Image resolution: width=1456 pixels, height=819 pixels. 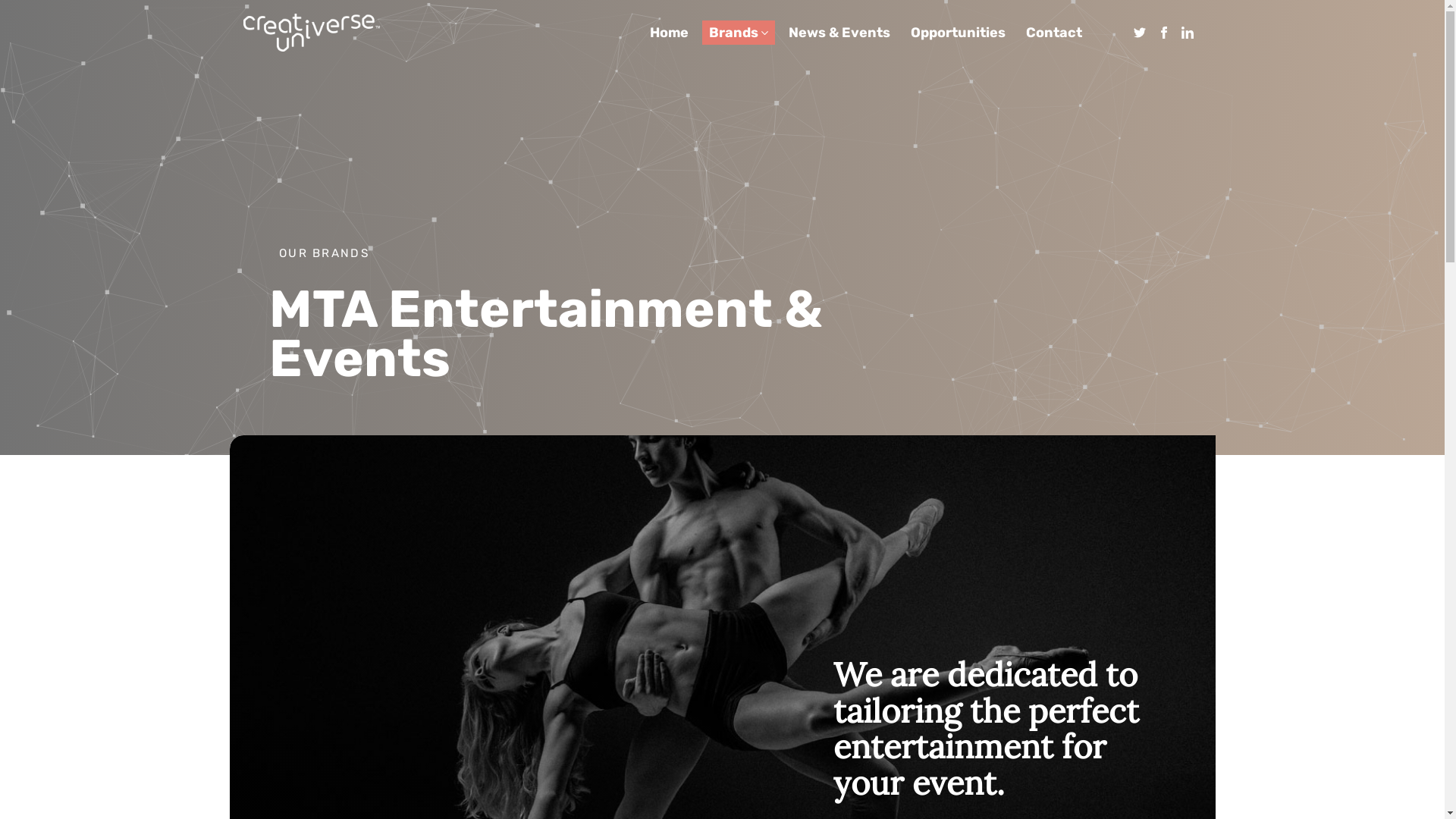 What do you see at coordinates (668, 32) in the screenshot?
I see `'Home'` at bounding box center [668, 32].